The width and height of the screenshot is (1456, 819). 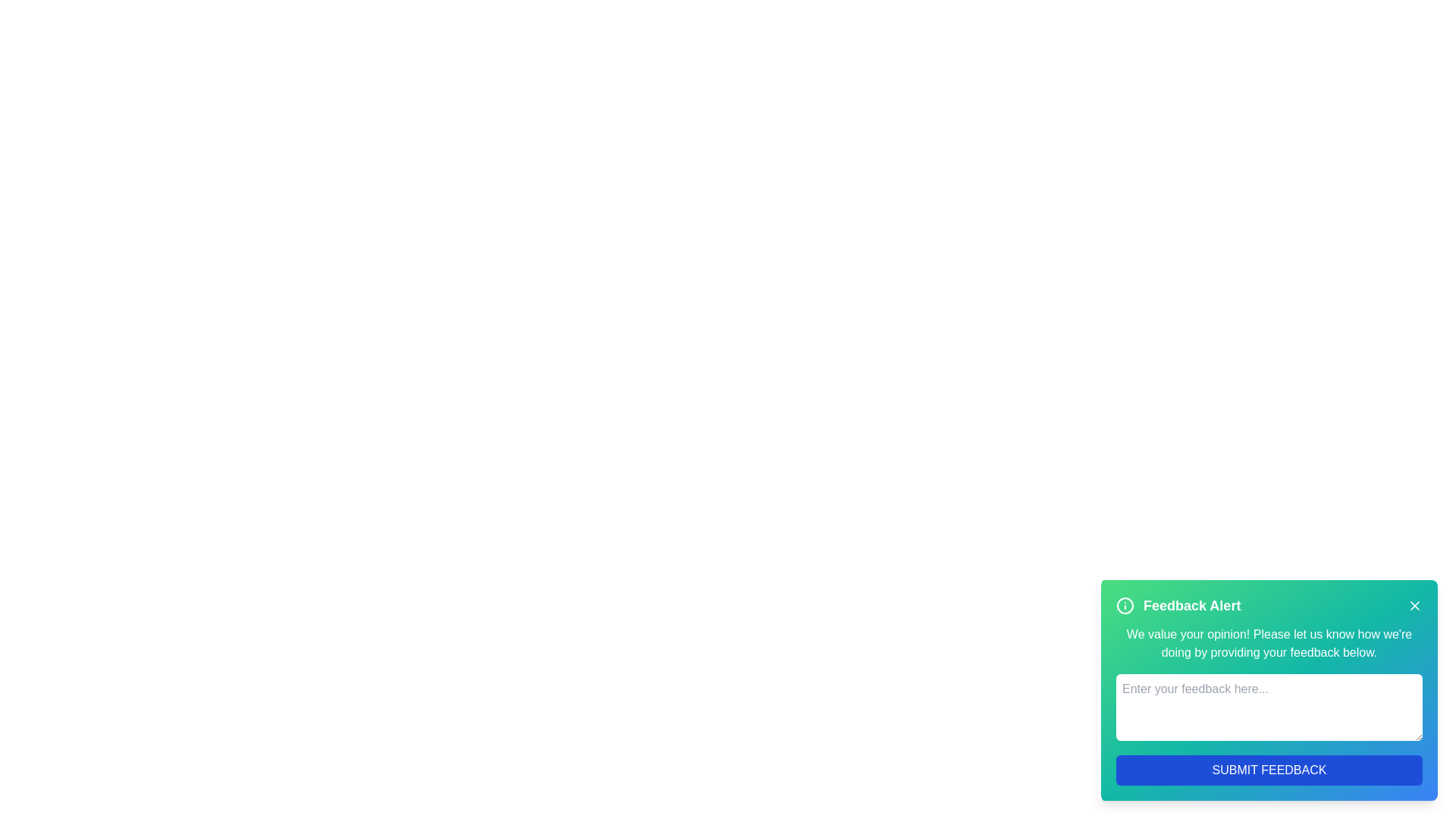 What do you see at coordinates (1269, 708) in the screenshot?
I see `the textarea to focus on it` at bounding box center [1269, 708].